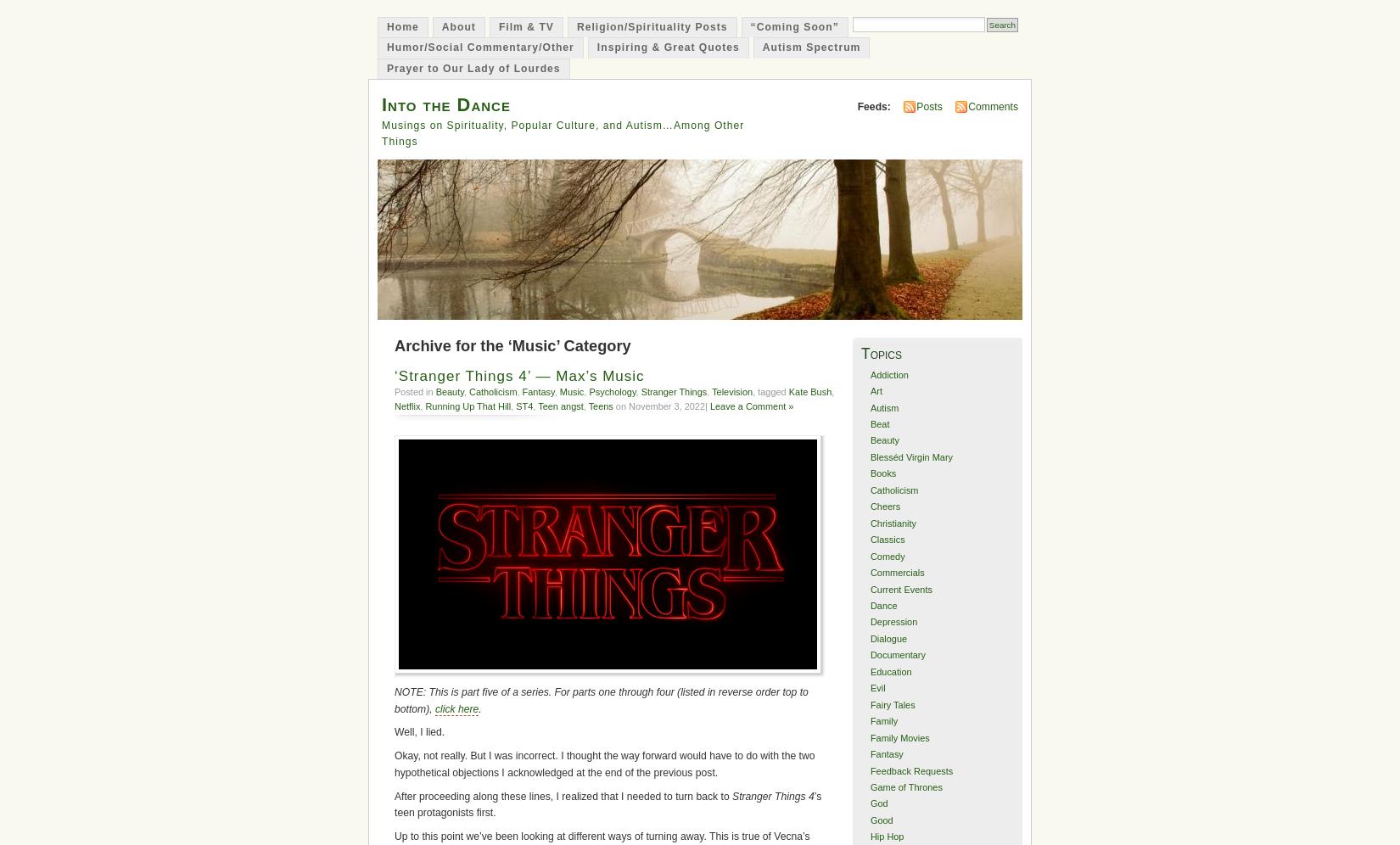 The width and height of the screenshot is (1400, 845). What do you see at coordinates (876, 390) in the screenshot?
I see `'Art'` at bounding box center [876, 390].